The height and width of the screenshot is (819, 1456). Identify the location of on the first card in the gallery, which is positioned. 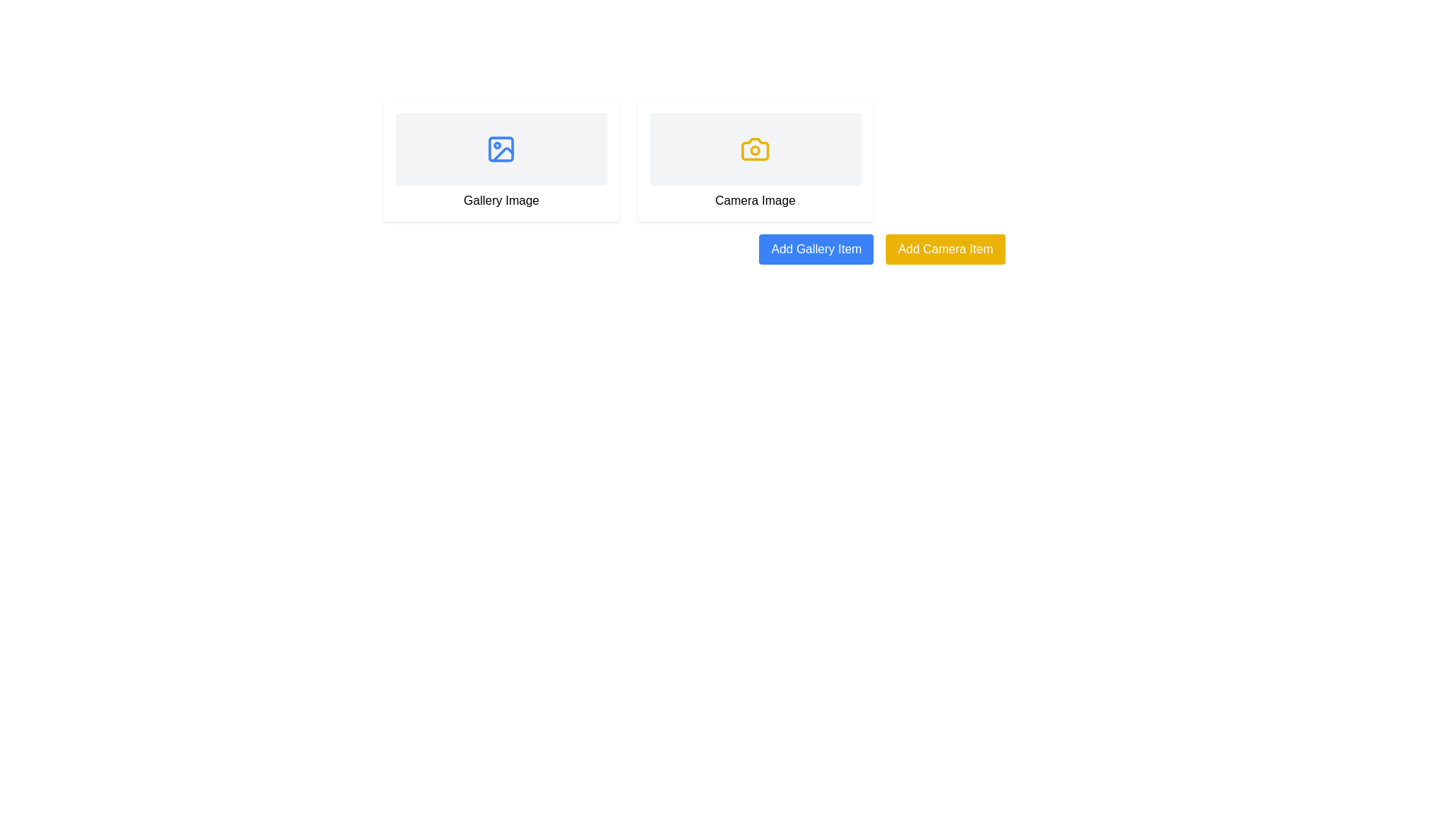
(501, 161).